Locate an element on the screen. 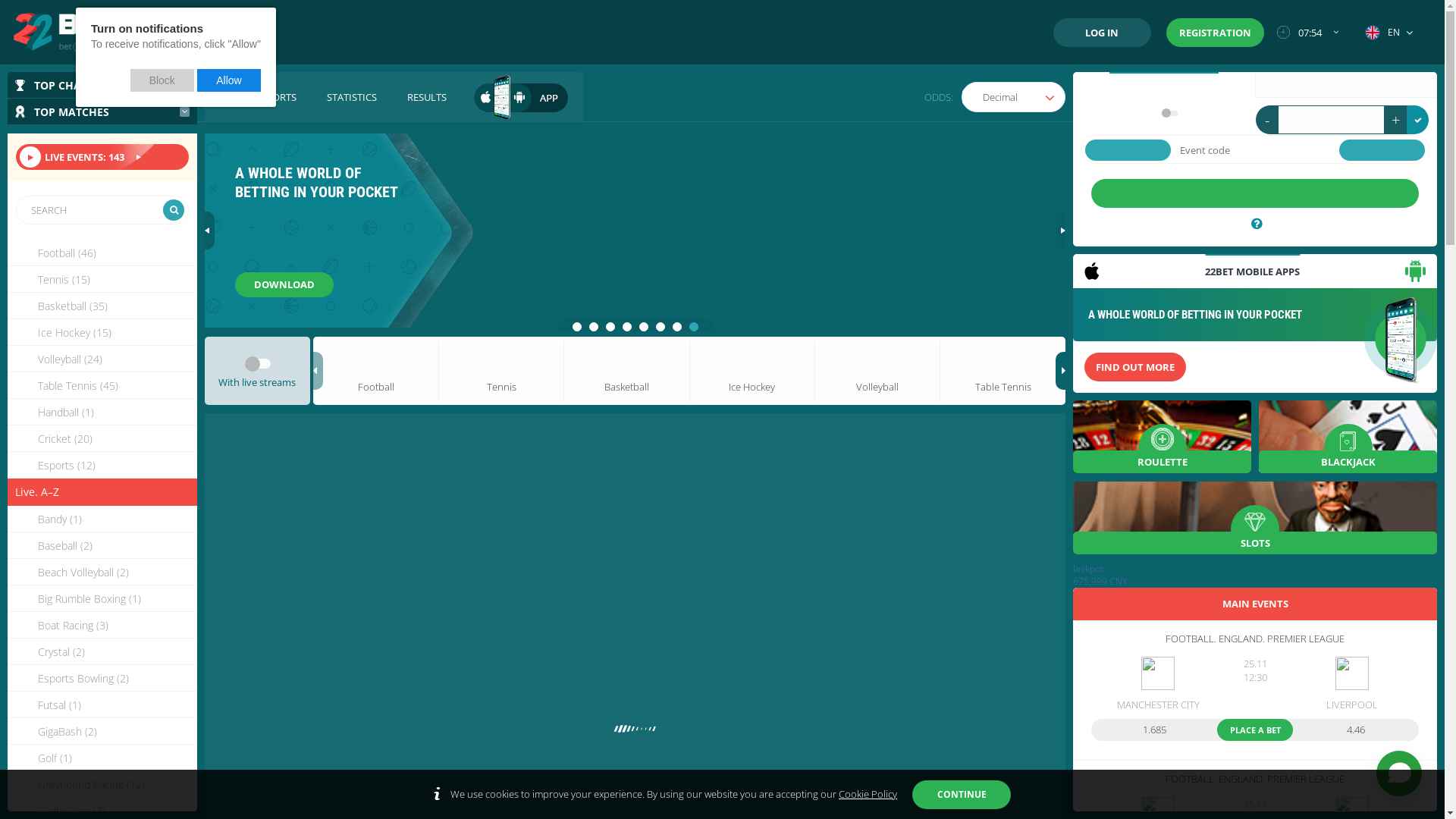  'Volleyball' is located at coordinates (877, 371).